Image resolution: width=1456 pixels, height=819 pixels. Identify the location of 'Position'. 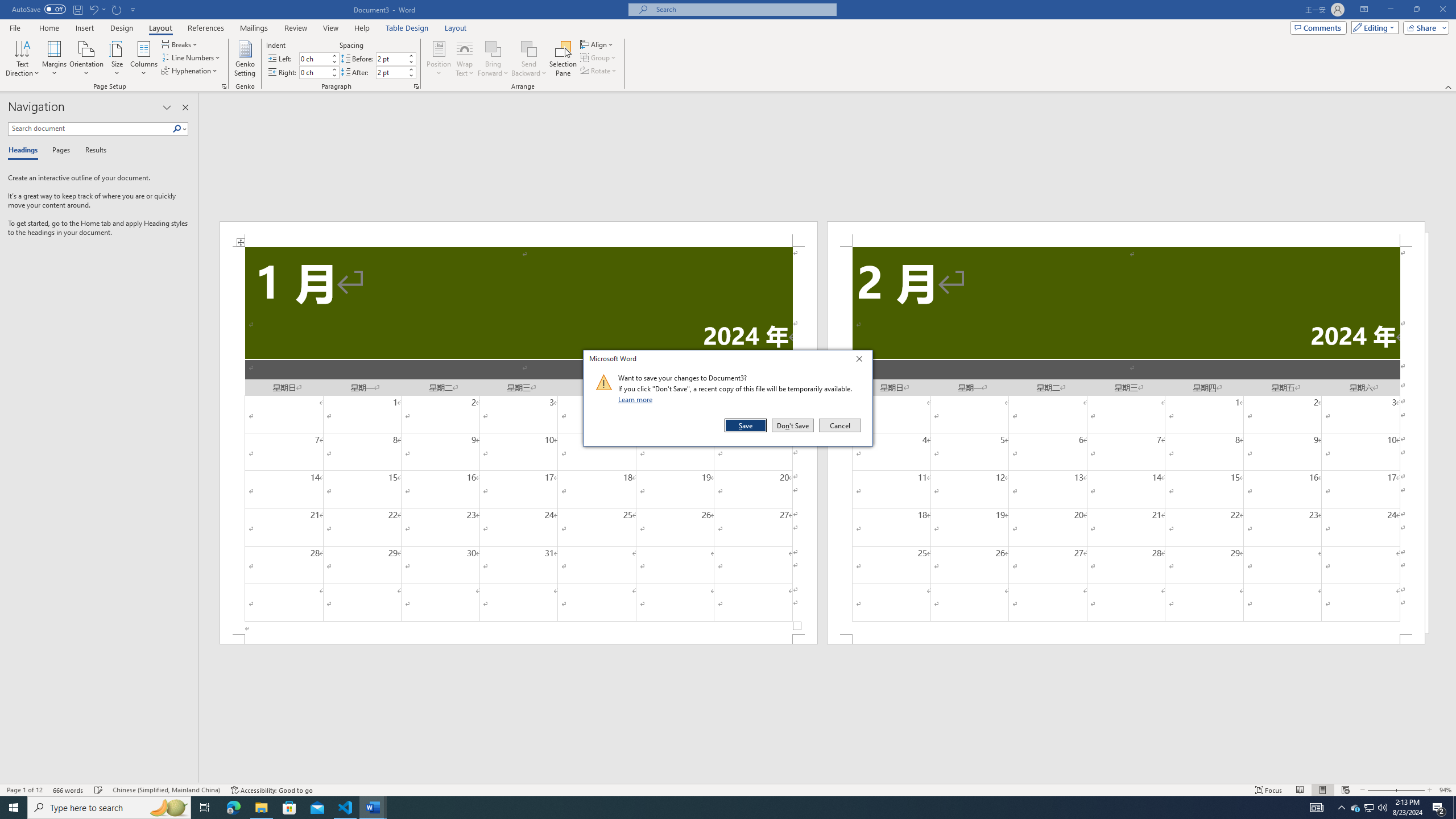
(438, 59).